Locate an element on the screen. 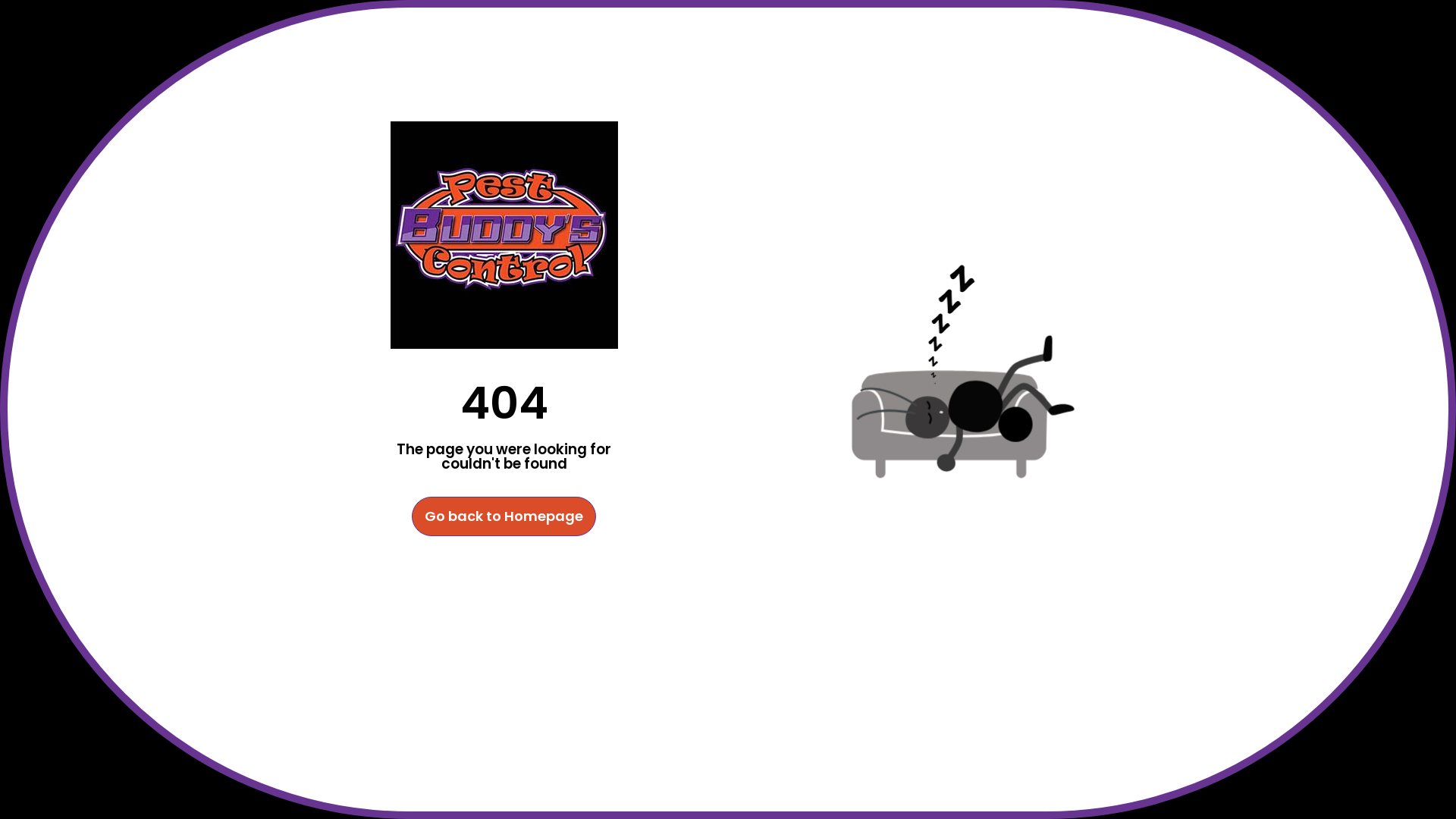  'Go back to Homepage' is located at coordinates (504, 516).